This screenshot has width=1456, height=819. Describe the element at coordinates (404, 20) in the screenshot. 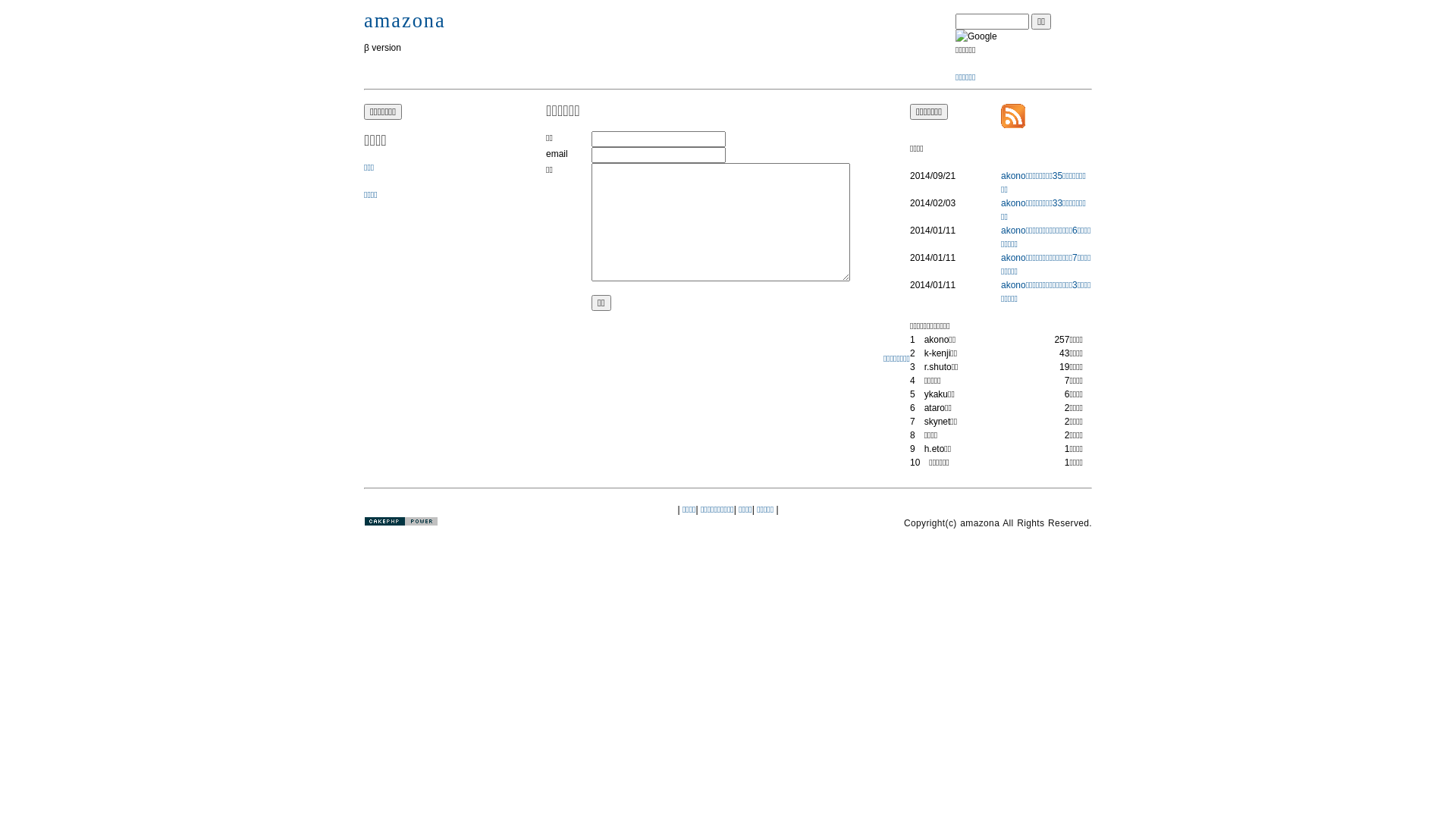

I see `'amazona'` at that location.